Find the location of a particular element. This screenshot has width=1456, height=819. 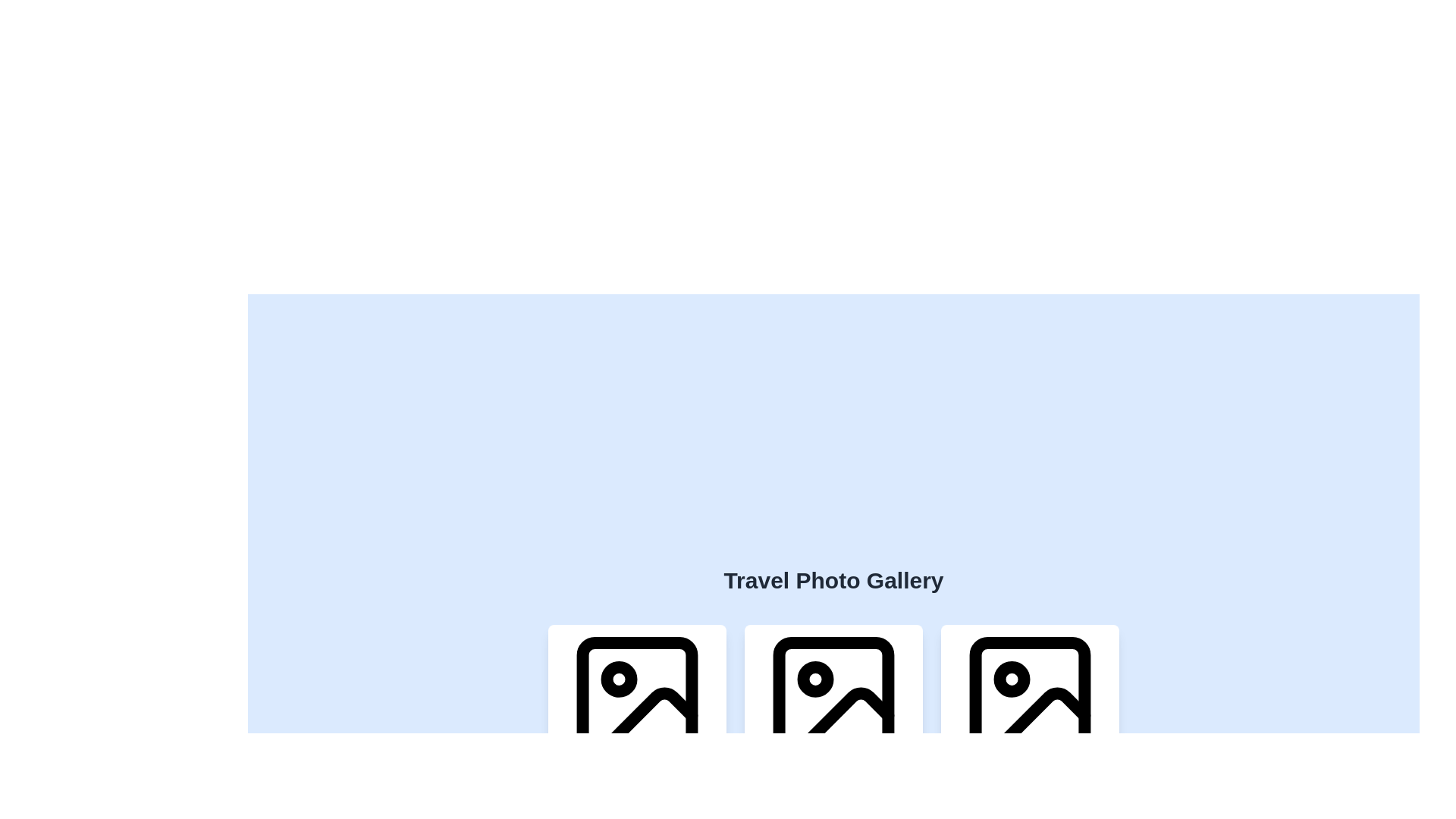

the image display placeholder icon located at the center of the 'Travel Photo Gallery' section is located at coordinates (833, 698).